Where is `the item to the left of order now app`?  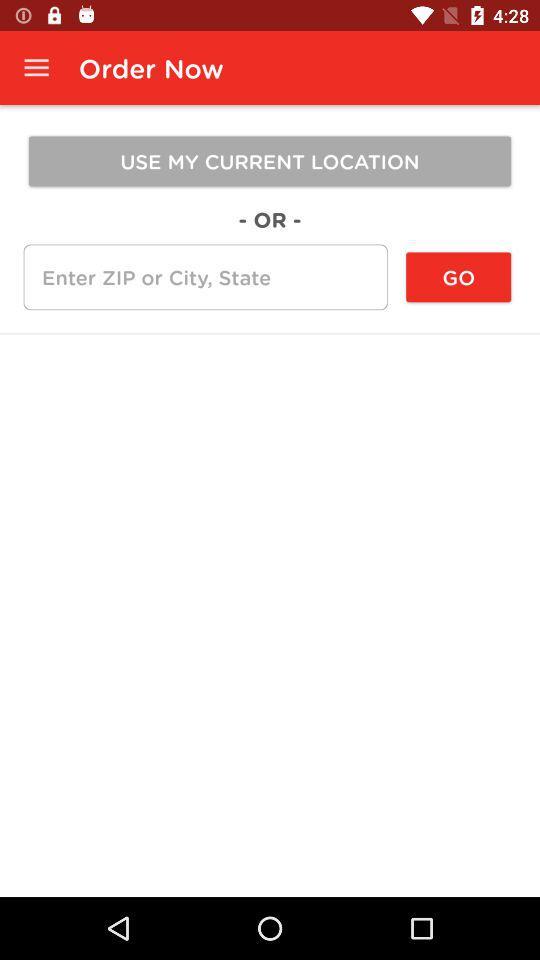 the item to the left of order now app is located at coordinates (36, 68).